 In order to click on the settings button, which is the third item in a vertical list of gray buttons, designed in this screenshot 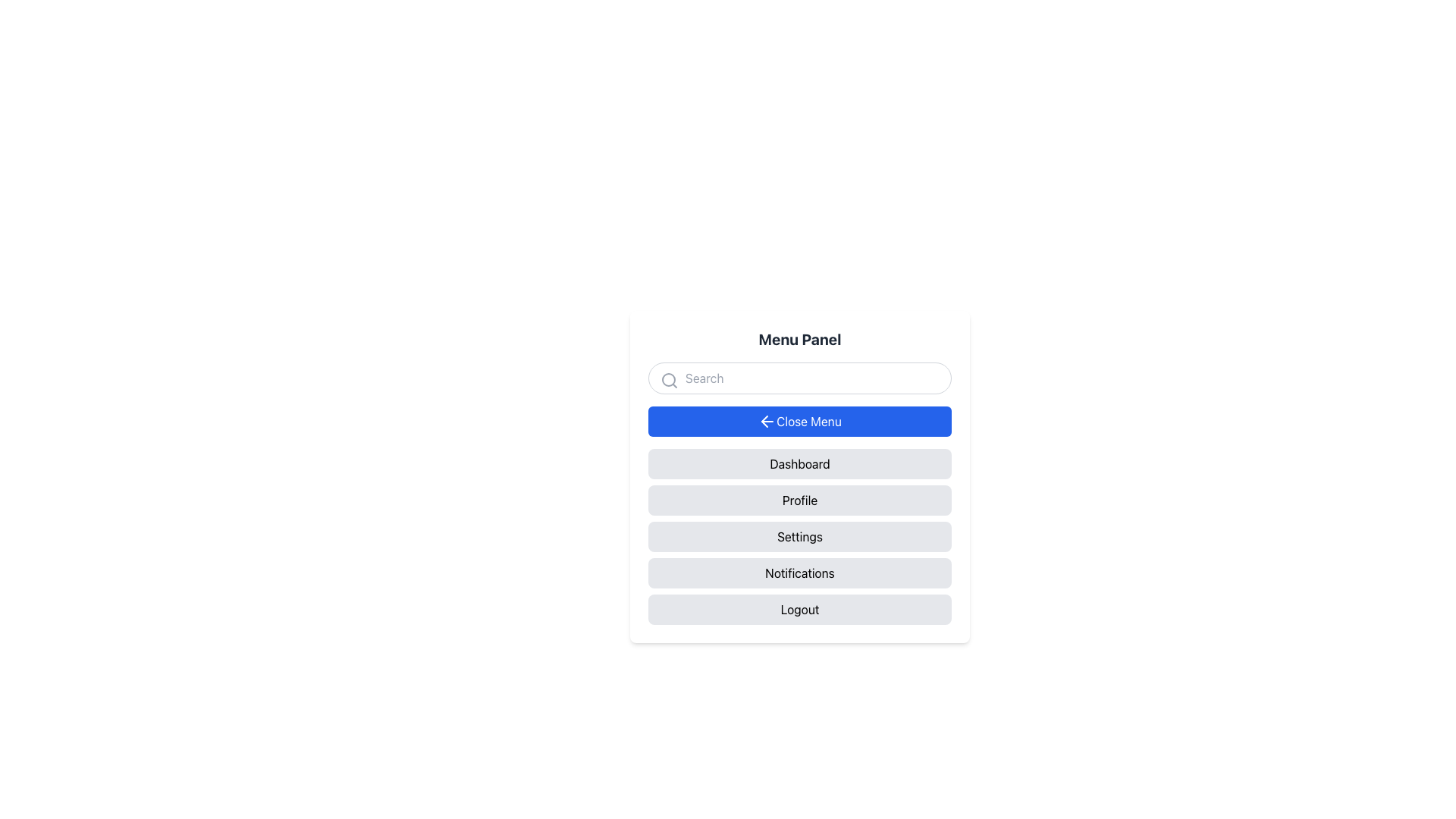, I will do `click(799, 536)`.